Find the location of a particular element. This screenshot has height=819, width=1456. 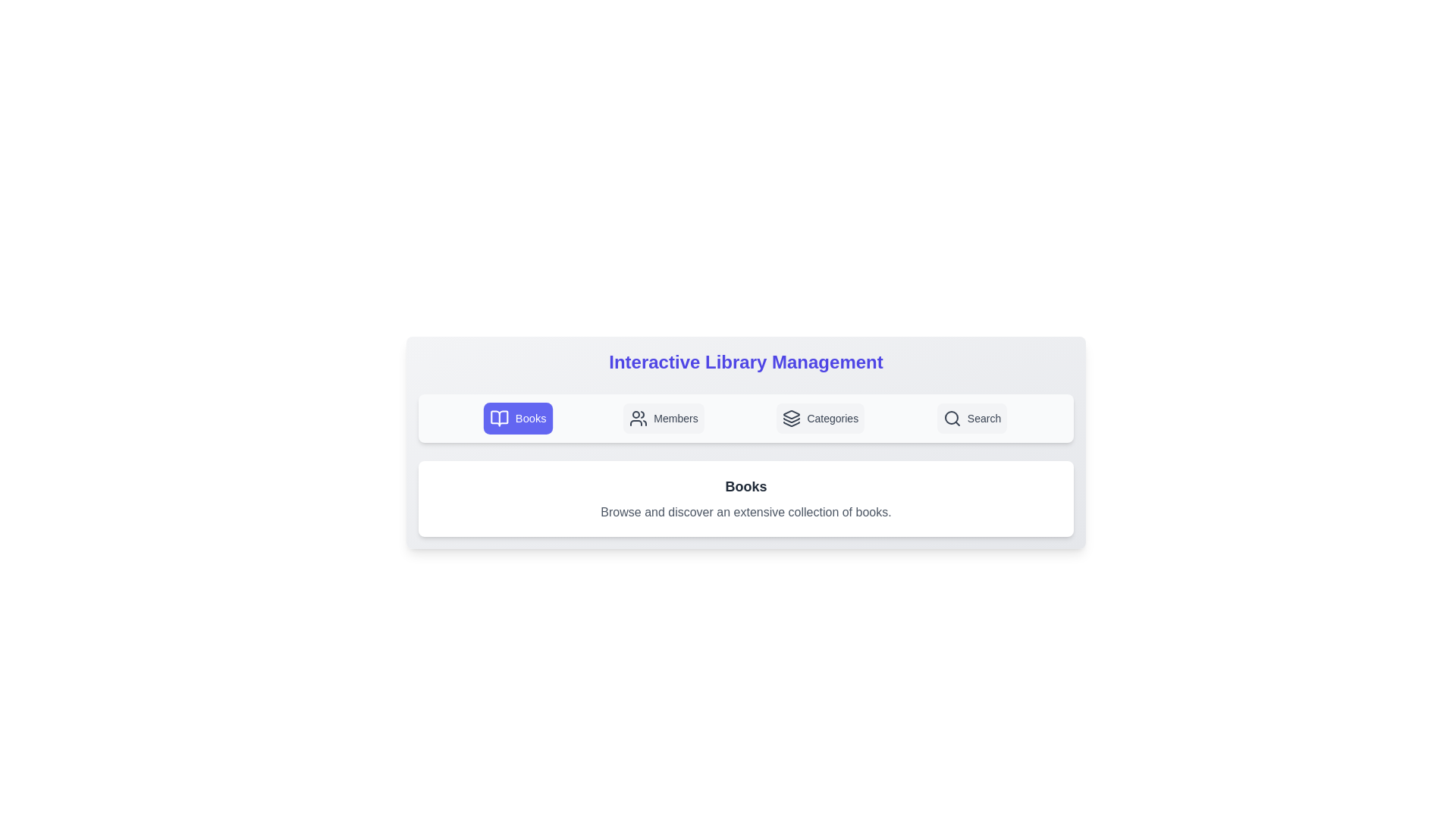

the search icon located at the top-right of the button group in the navigation bar, before the 'Search' text label is located at coordinates (951, 418).